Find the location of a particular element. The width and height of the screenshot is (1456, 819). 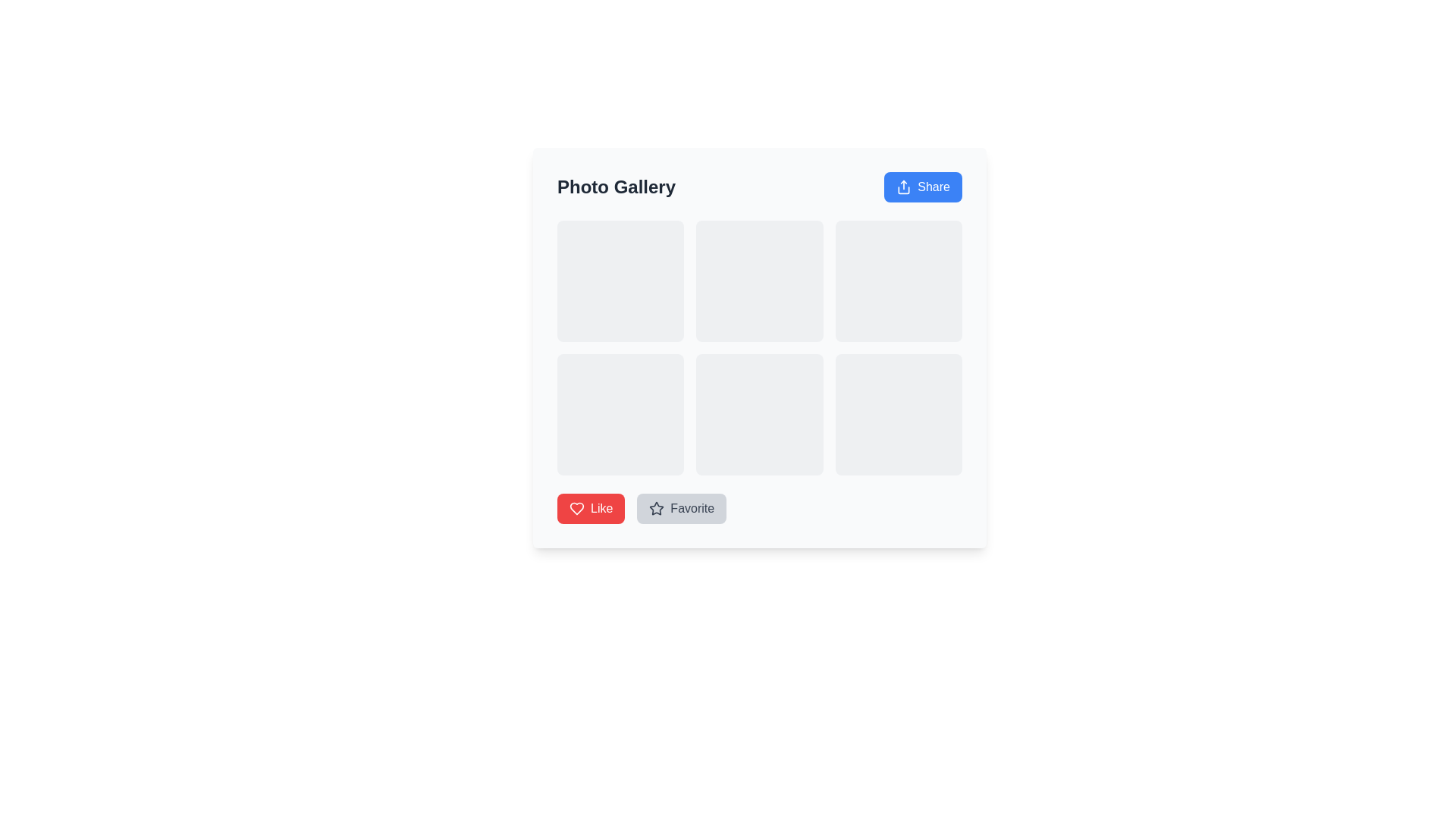

the blue rectangular 'Share' button with rounded edges located in the upper right corner of the 'Photo Gallery' section is located at coordinates (922, 186).